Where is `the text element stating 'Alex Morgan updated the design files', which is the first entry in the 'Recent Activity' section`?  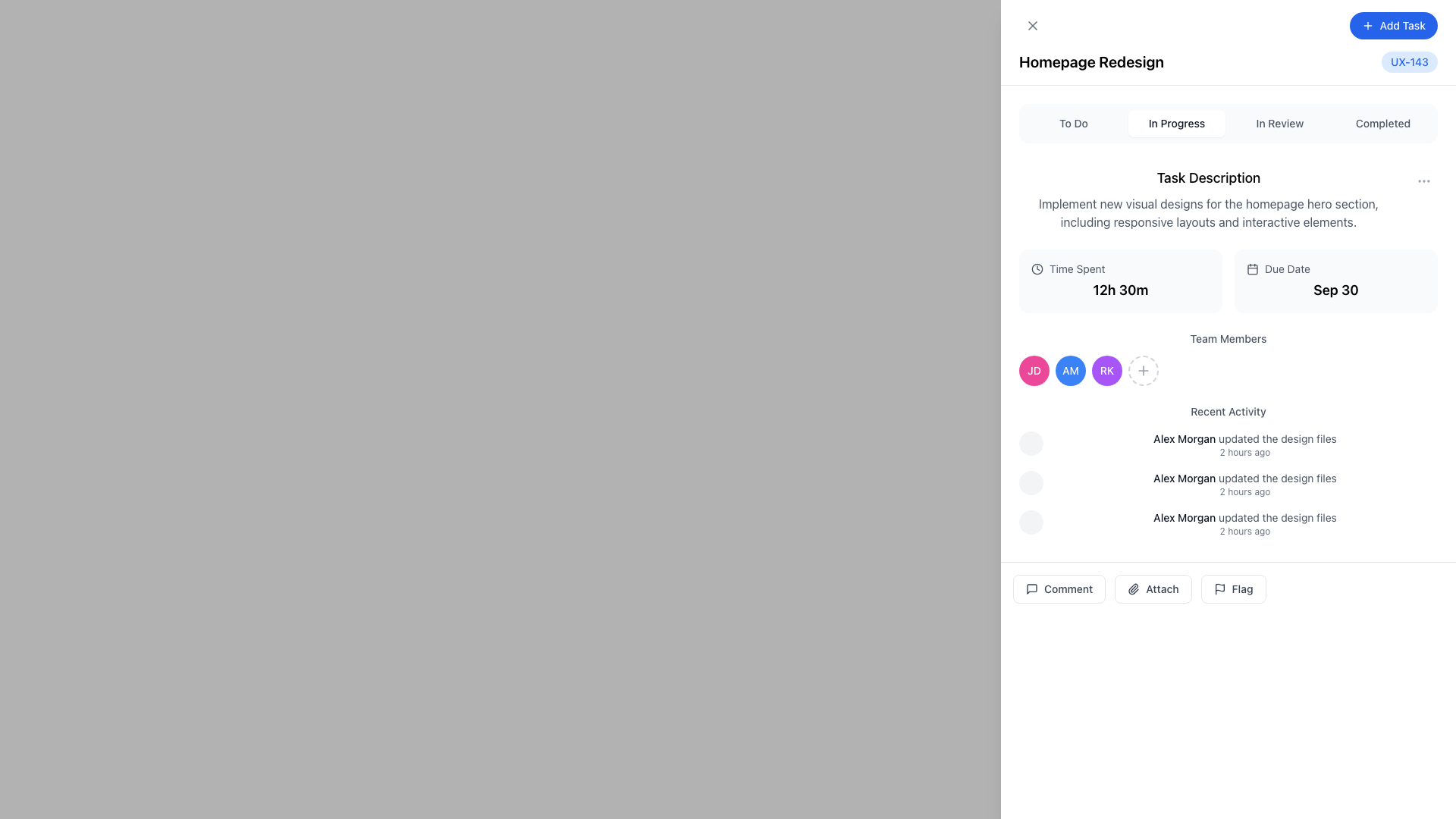 the text element stating 'Alex Morgan updated the design files', which is the first entry in the 'Recent Activity' section is located at coordinates (1244, 438).